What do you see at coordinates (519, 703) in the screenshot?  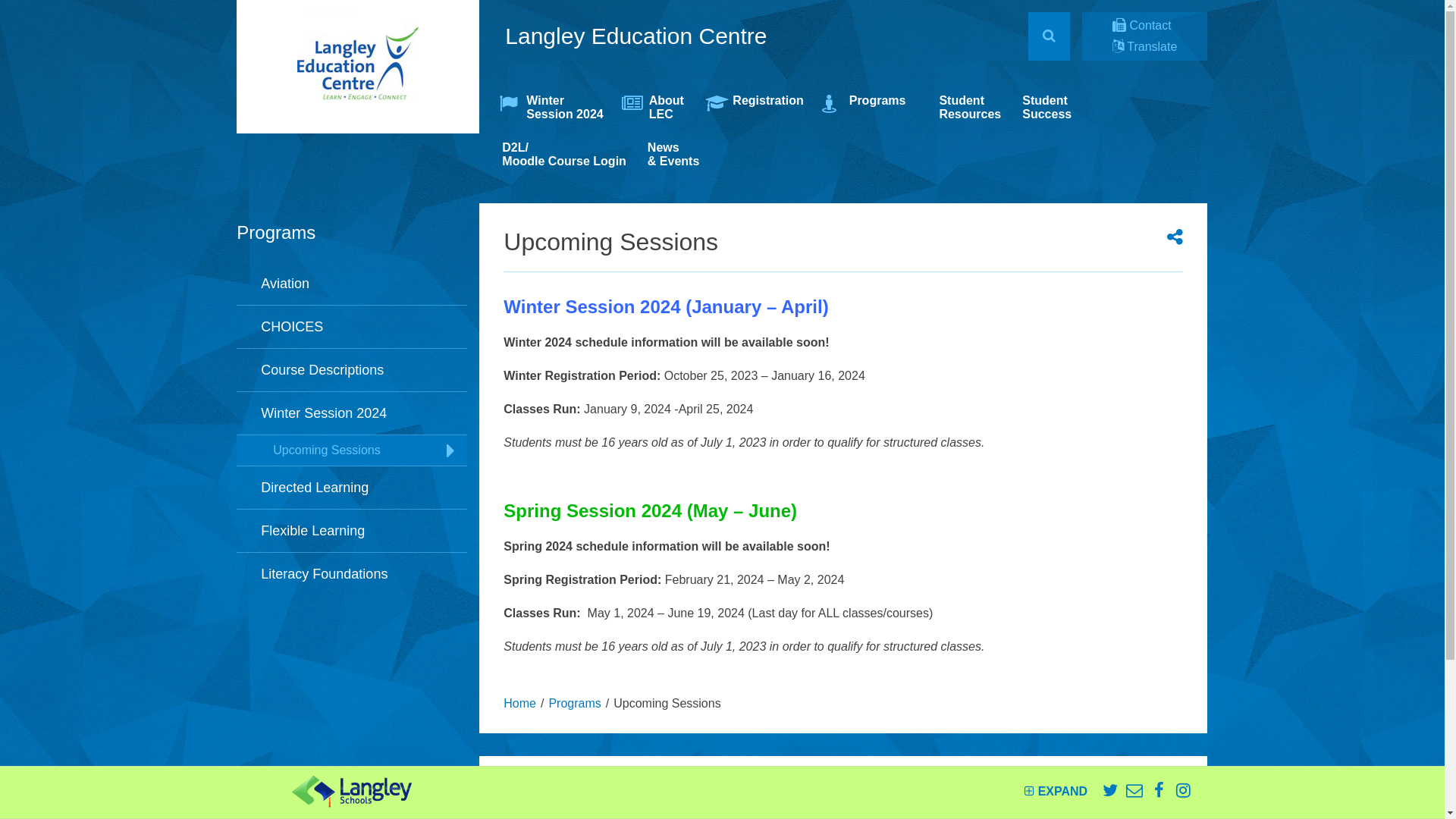 I see `'Home'` at bounding box center [519, 703].